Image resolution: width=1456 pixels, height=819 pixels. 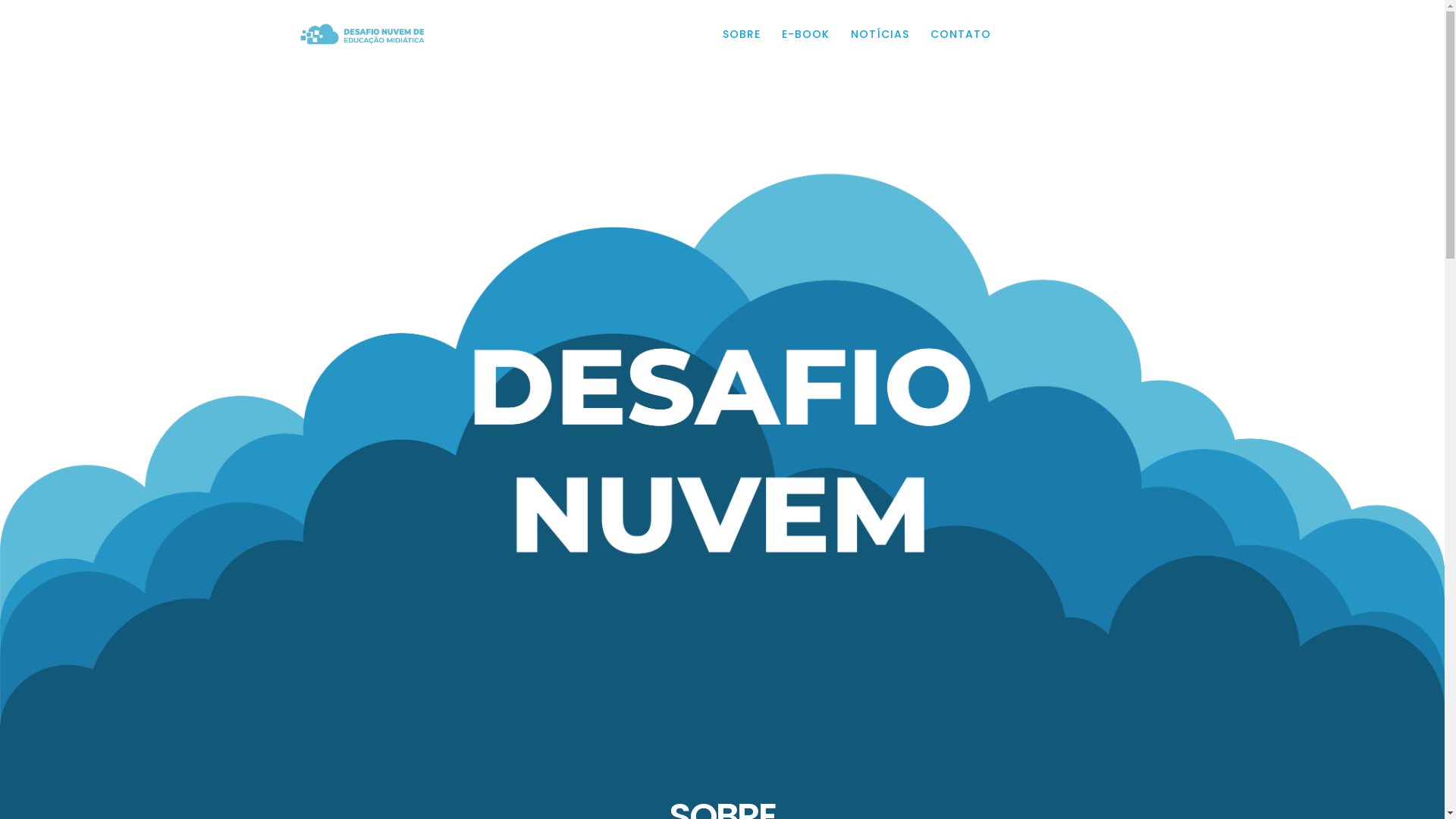 What do you see at coordinates (741, 34) in the screenshot?
I see `'SOBRE'` at bounding box center [741, 34].